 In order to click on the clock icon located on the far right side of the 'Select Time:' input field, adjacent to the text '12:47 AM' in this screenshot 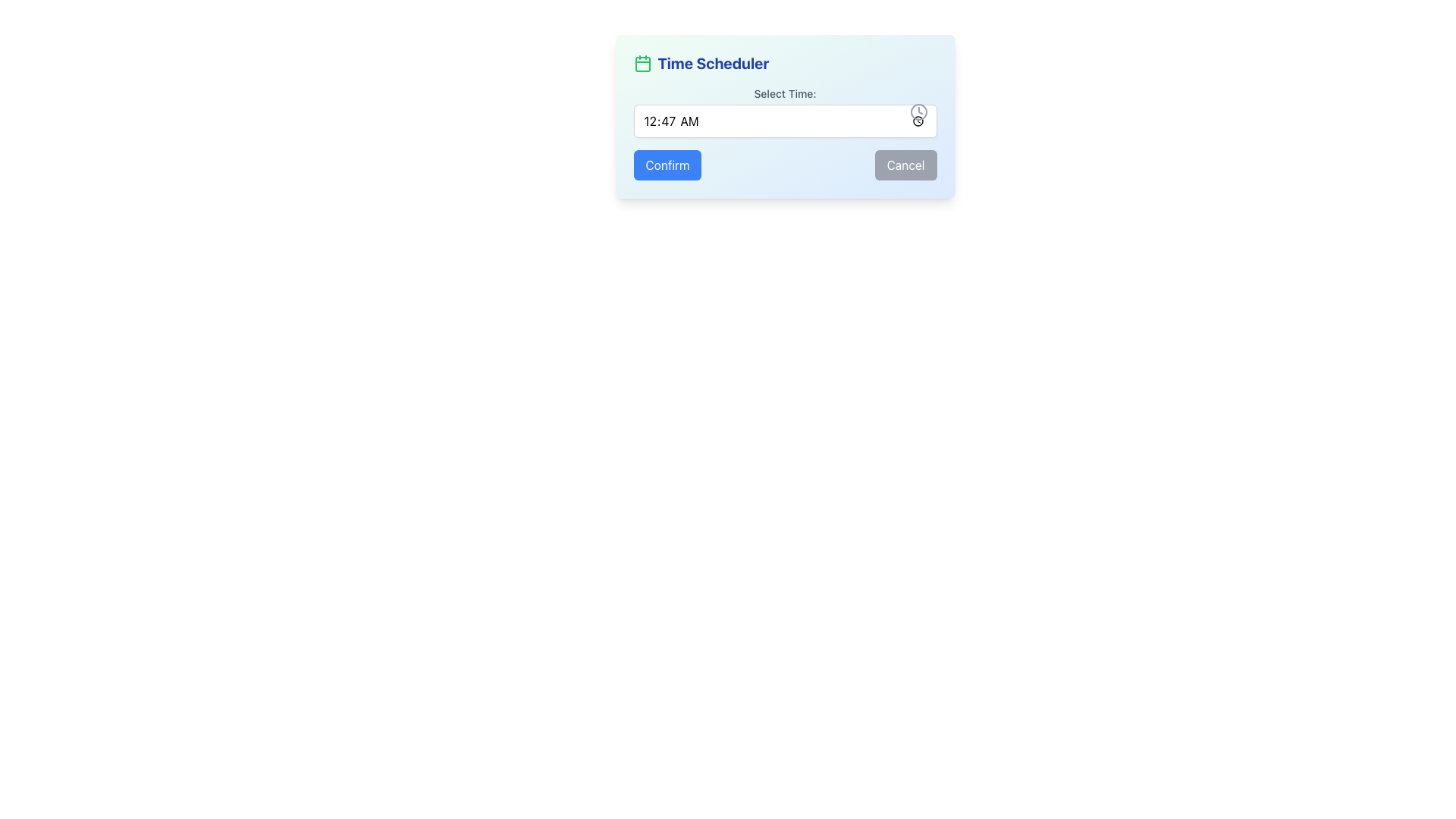, I will do `click(918, 111)`.